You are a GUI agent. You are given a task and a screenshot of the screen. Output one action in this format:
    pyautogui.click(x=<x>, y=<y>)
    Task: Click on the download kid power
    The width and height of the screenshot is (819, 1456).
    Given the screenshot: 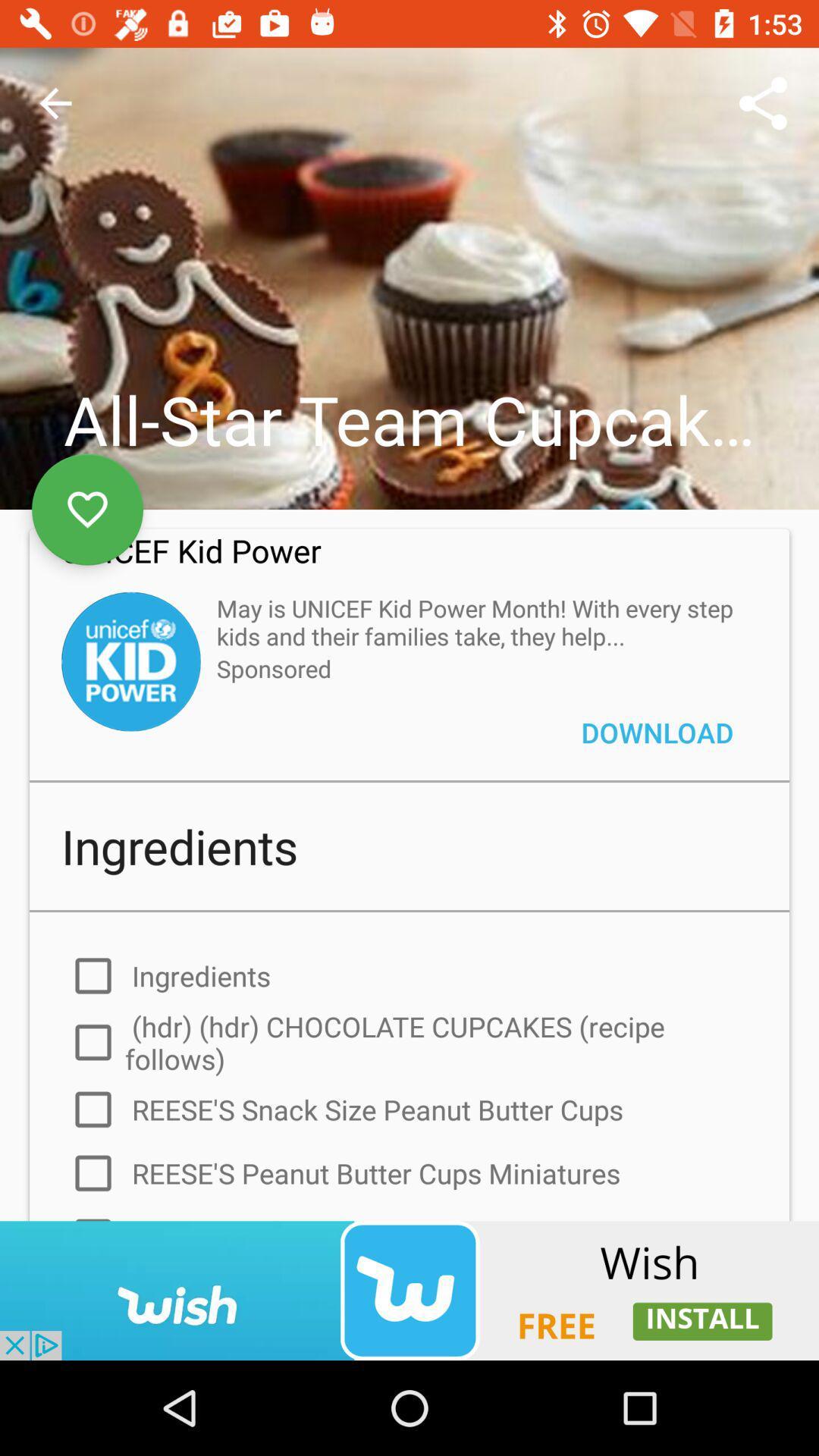 What is the action you would take?
    pyautogui.click(x=130, y=661)
    